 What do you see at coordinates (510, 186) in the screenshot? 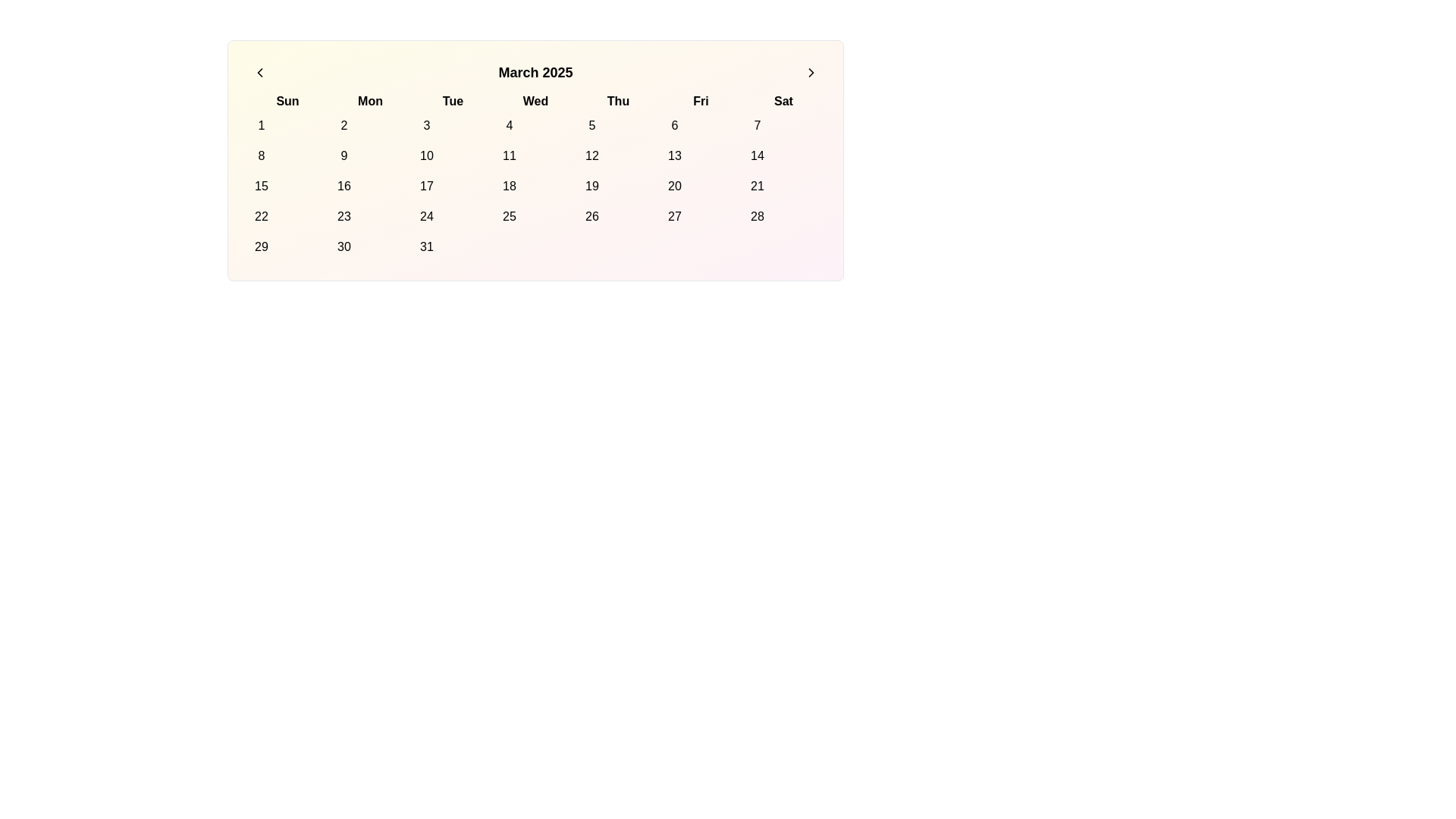
I see `the date selection button for '18' located in the fourth column and third row of the calendar grid under 'Wed'` at bounding box center [510, 186].